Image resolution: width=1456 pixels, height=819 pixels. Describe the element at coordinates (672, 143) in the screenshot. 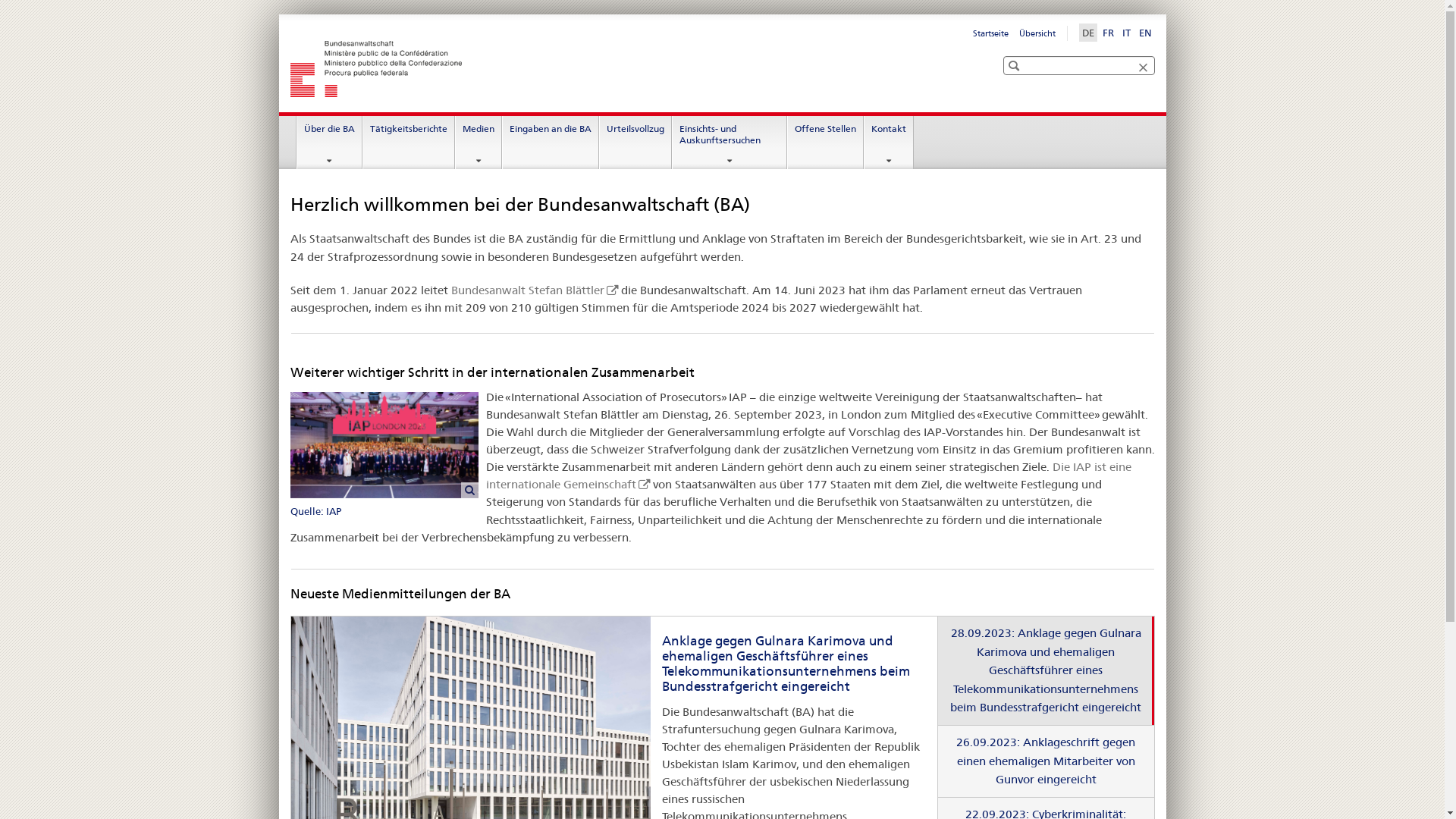

I see `'Einsichts- und Auskunftsersuchen'` at that location.